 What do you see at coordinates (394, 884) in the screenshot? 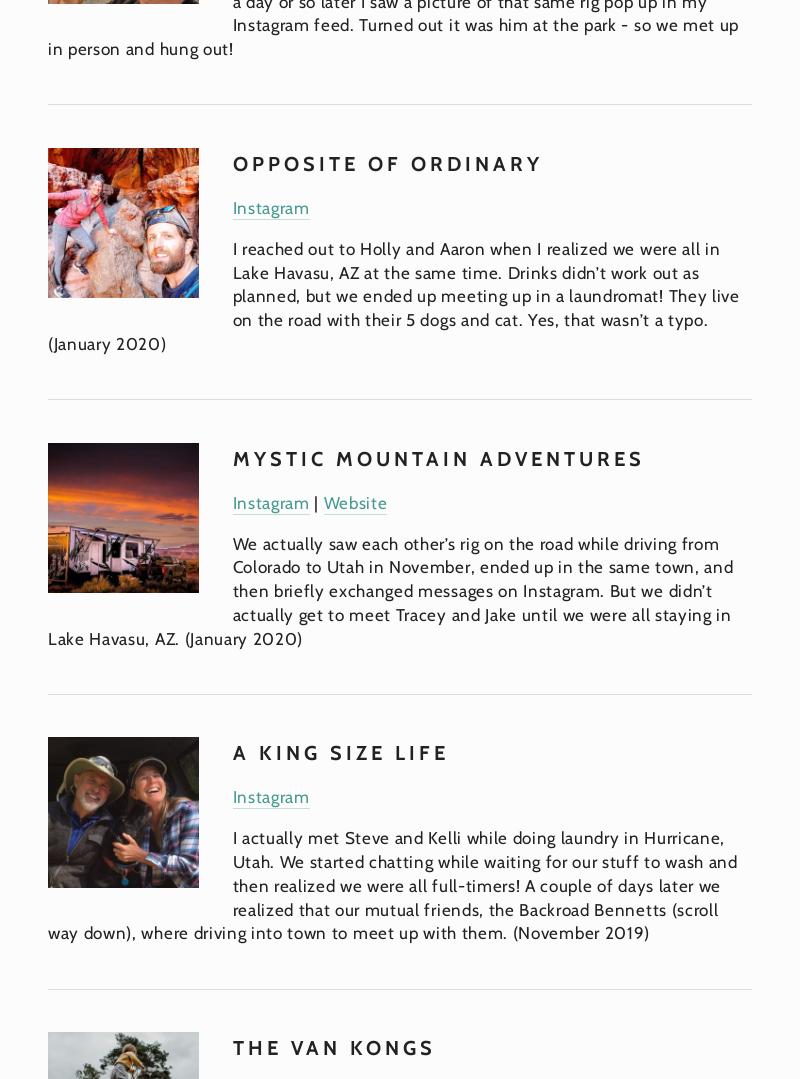
I see `'I actually met Steve and Kelli while doing laundry in Hurricane, Utah. We started chatting while waiting for our stuff to wash and then realized we were all full-timers! A couple of days later we realized that our mutual friends, the Backroad Bennetts (scroll way down), where driving into town to meet up with them. (November 2019)'` at bounding box center [394, 884].